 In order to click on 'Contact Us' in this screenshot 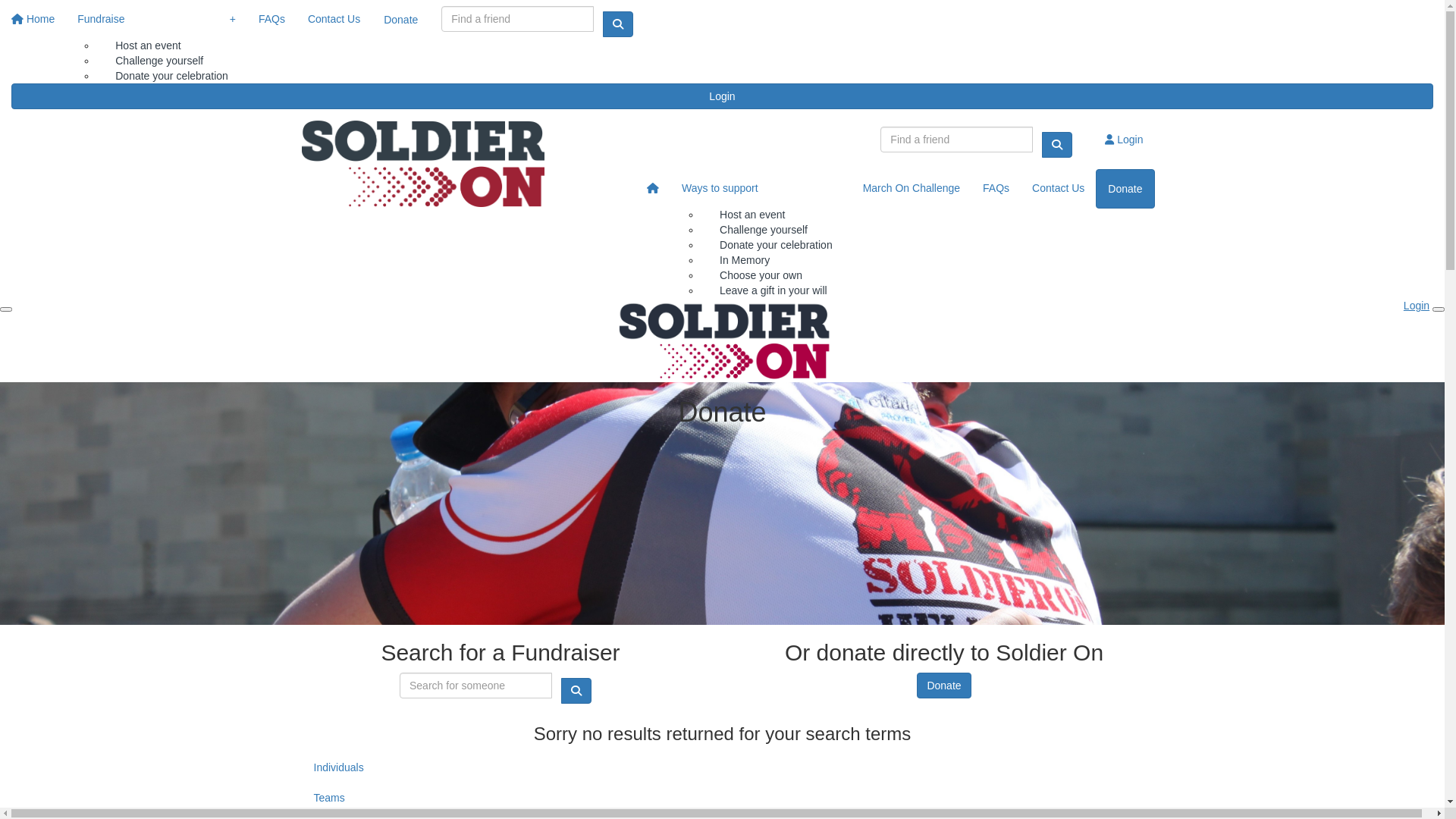, I will do `click(333, 18)`.